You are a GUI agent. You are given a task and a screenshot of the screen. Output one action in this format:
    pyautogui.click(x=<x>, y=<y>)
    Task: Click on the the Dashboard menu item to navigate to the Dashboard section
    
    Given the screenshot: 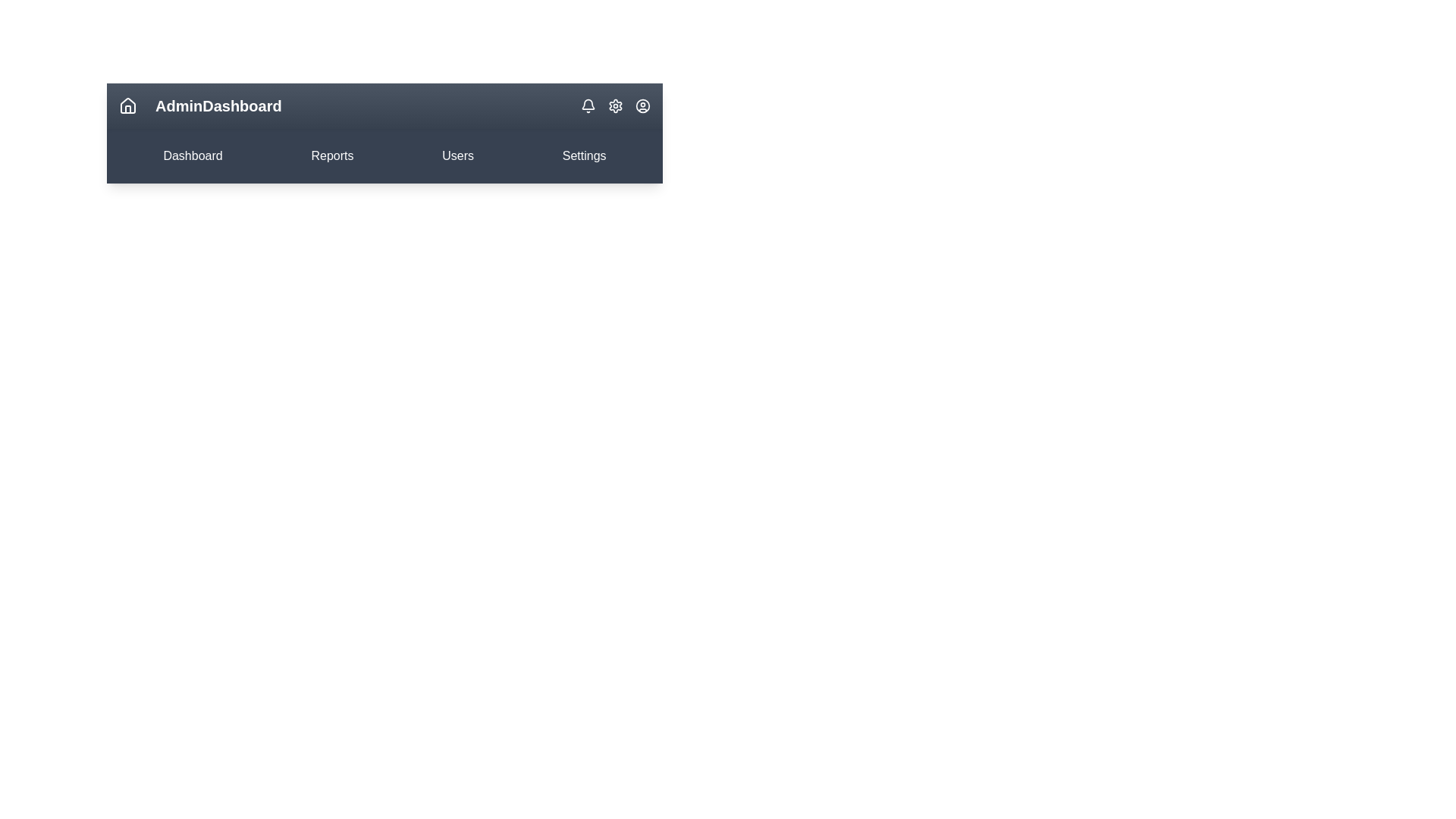 What is the action you would take?
    pyautogui.click(x=192, y=155)
    